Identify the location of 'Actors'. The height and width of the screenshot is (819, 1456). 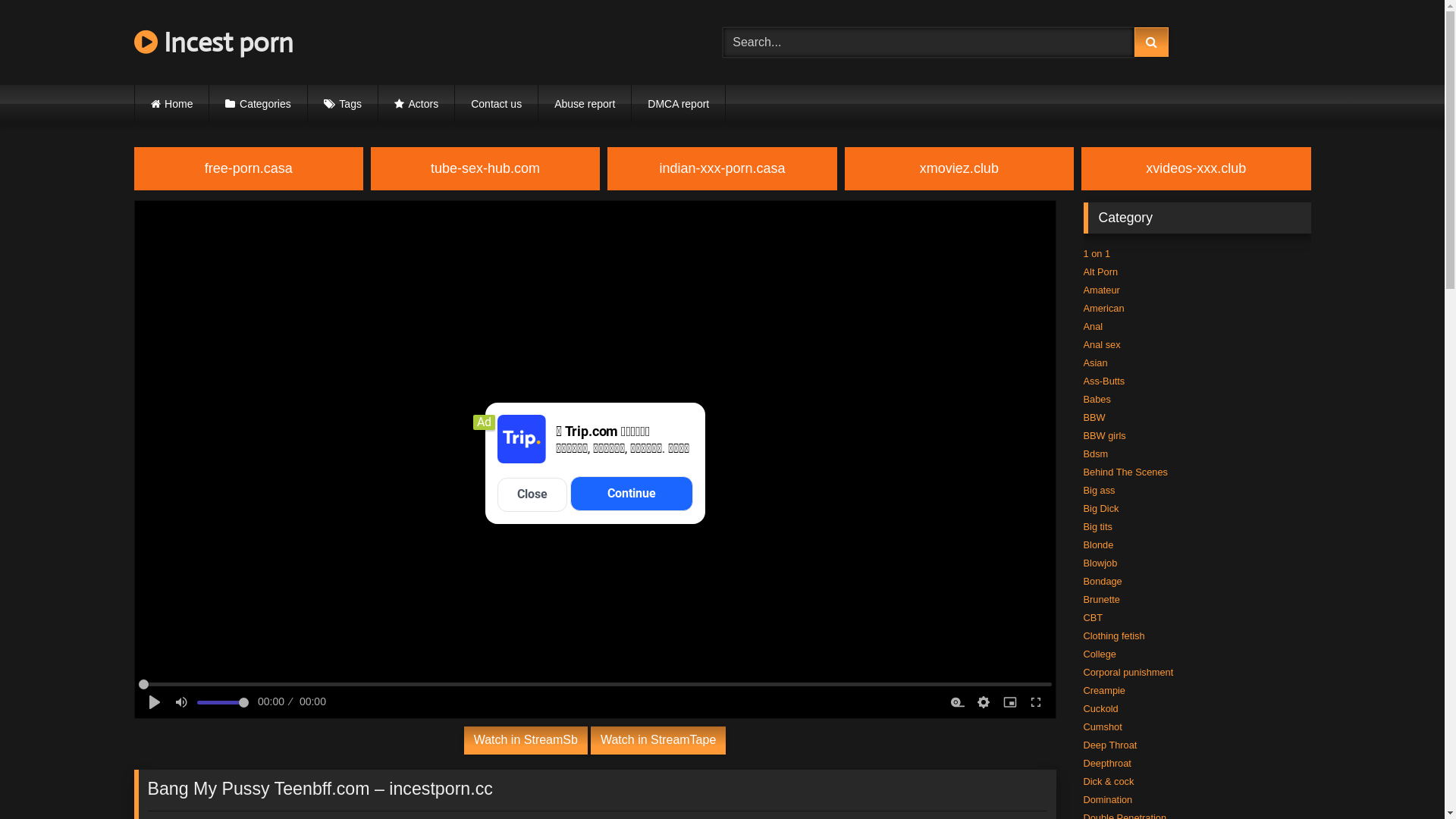
(416, 103).